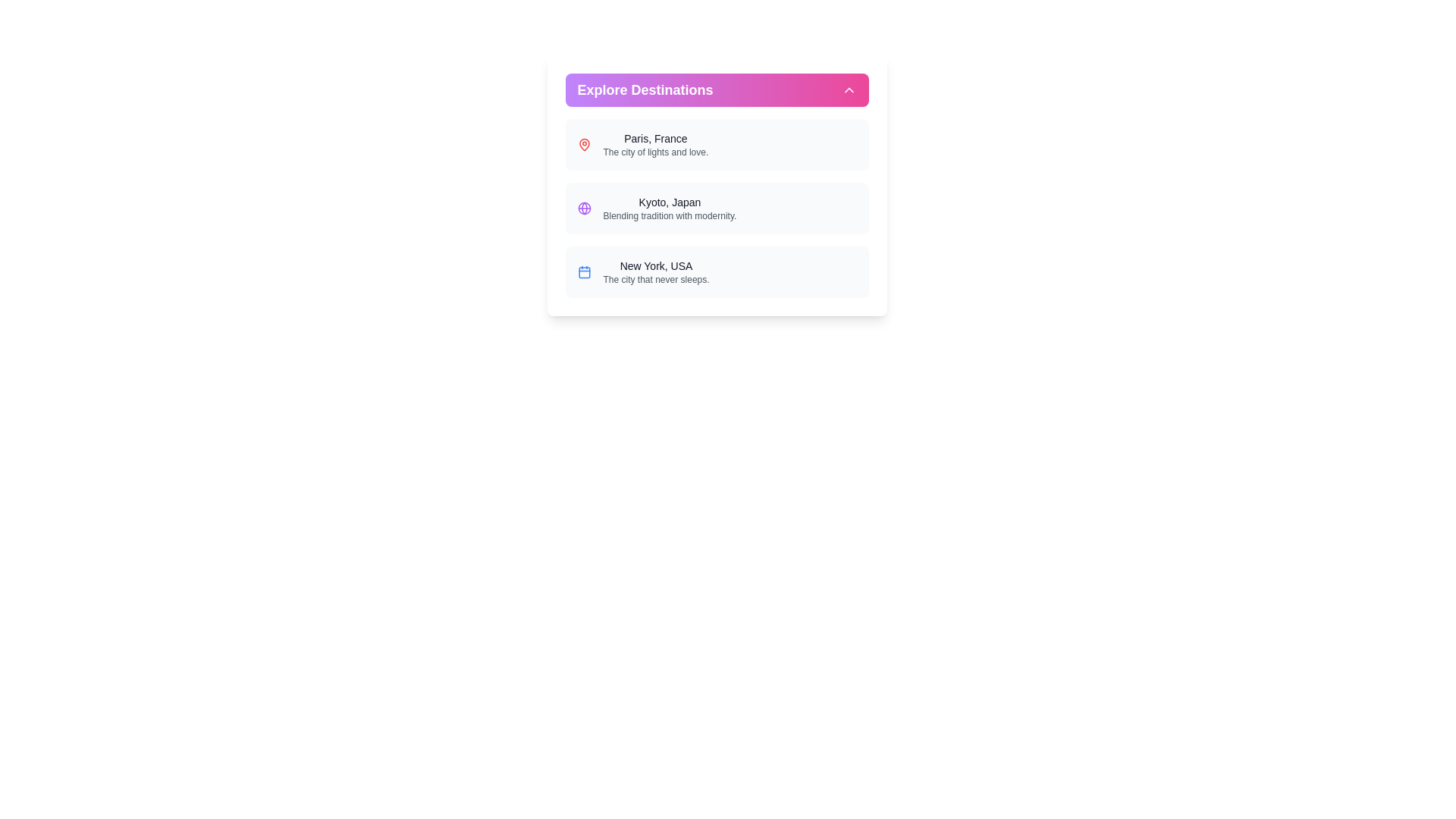 Image resolution: width=1456 pixels, height=819 pixels. Describe the element at coordinates (669, 208) in the screenshot. I see `the static text component displaying 'Kyoto, Japan' located in the 'Explore Destinations' section, which presents information about the destination with a tagline` at that location.